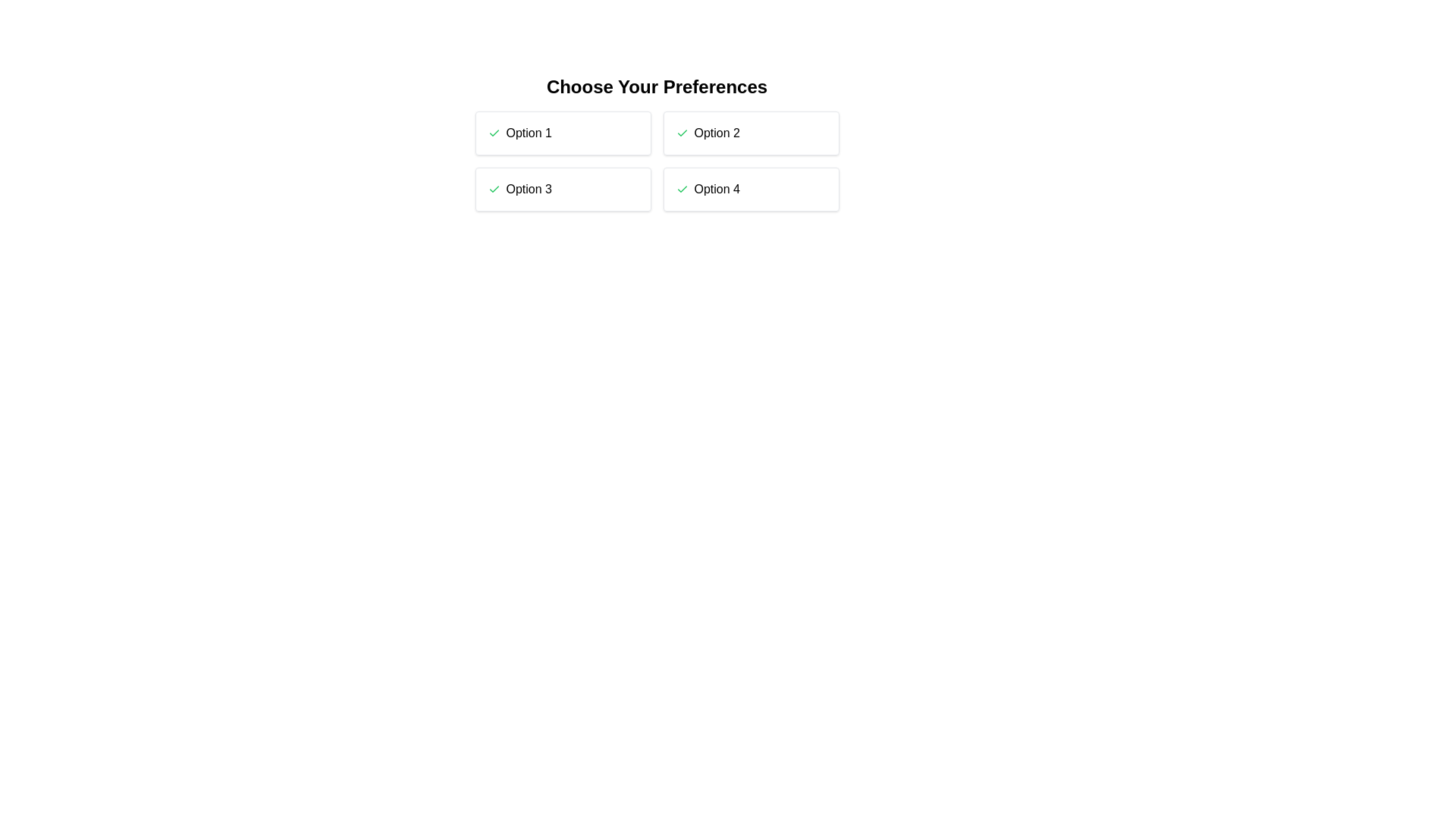 The width and height of the screenshot is (1456, 819). I want to click on the option 2 to observe the hover effect, so click(751, 133).